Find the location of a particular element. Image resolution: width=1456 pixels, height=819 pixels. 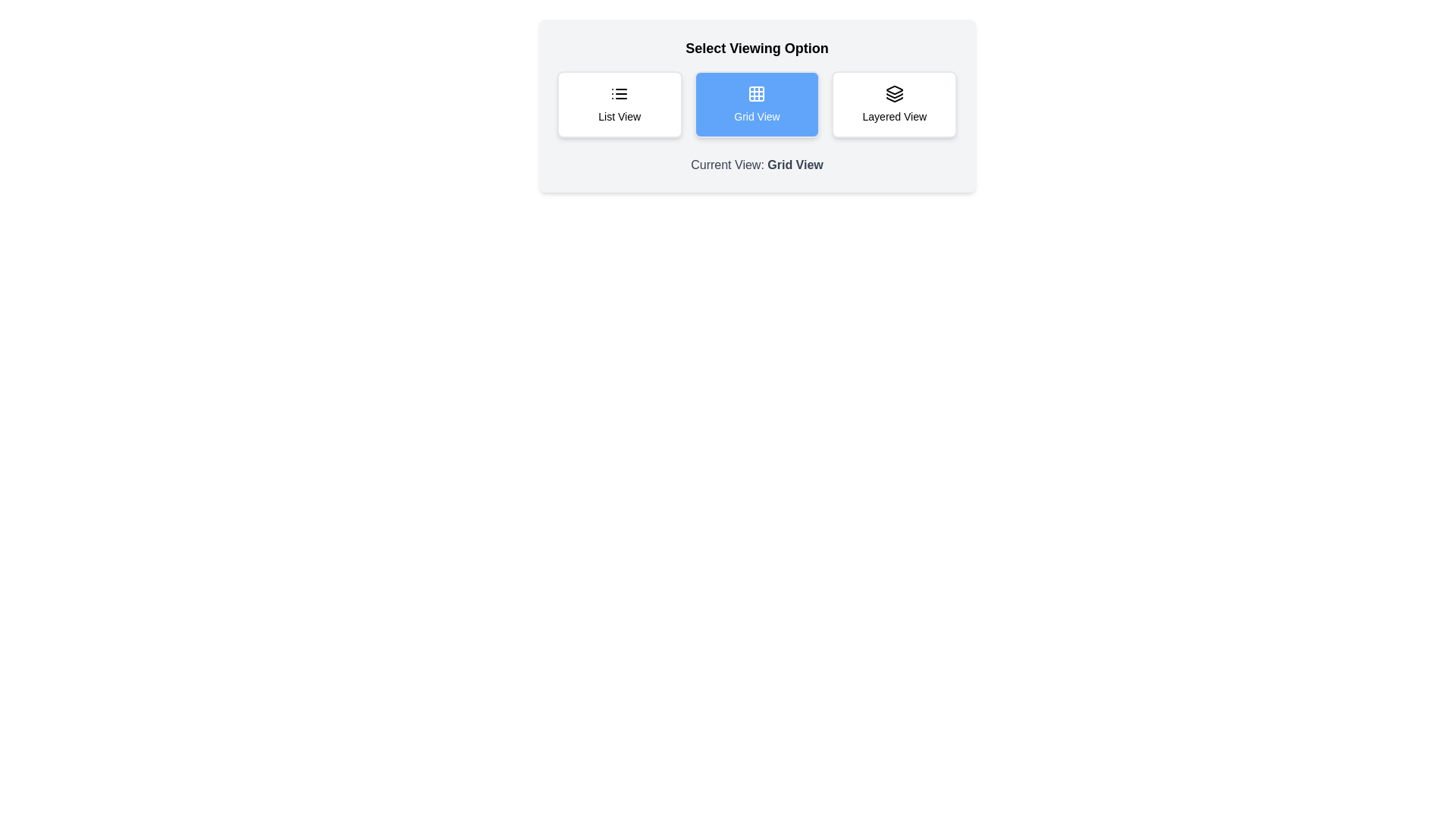

the Grid View button located centrally between the List View and Layered View buttons is located at coordinates (757, 104).